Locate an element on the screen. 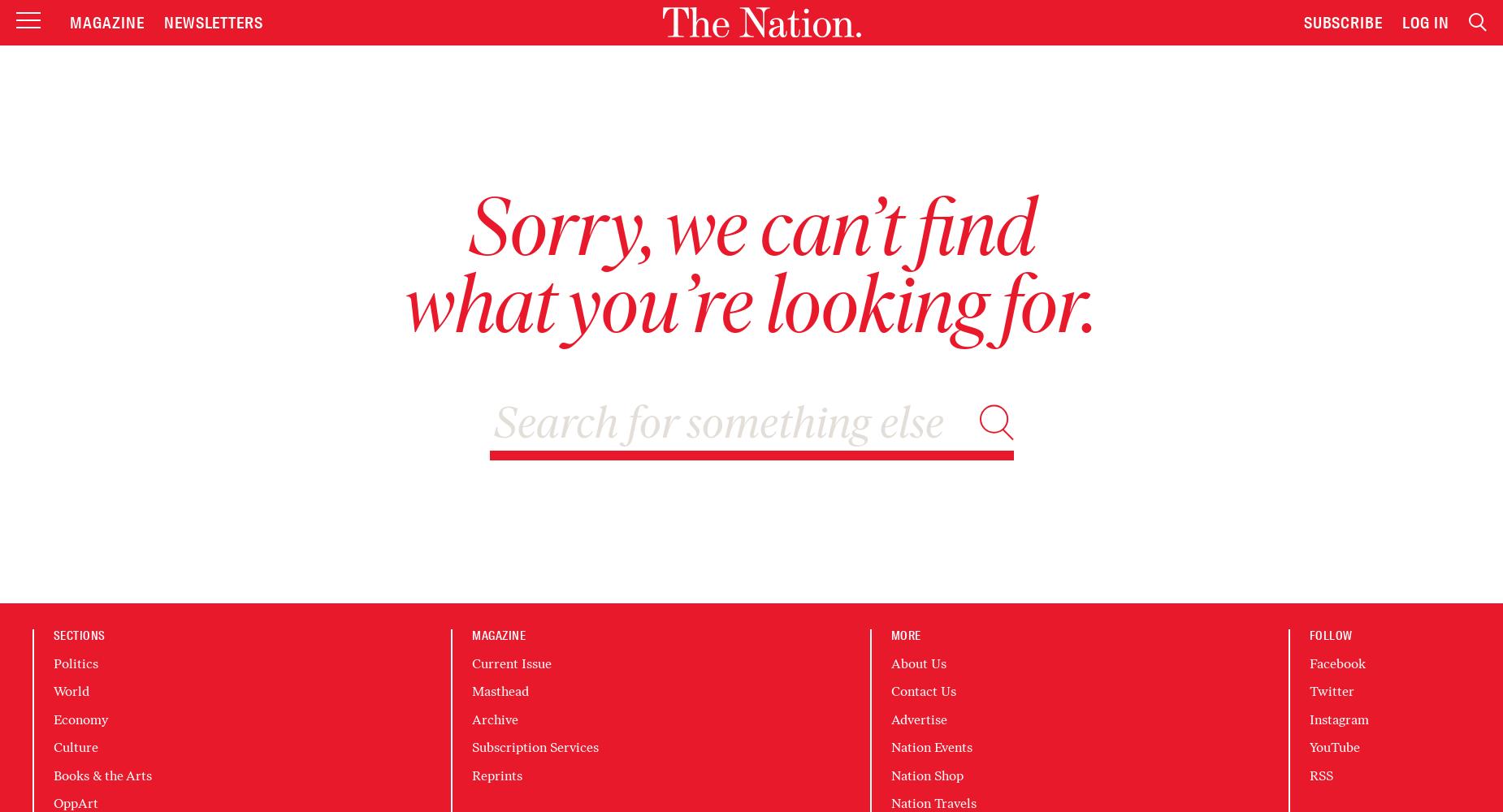 The width and height of the screenshot is (1503, 812). 'Economy' is located at coordinates (80, 719).